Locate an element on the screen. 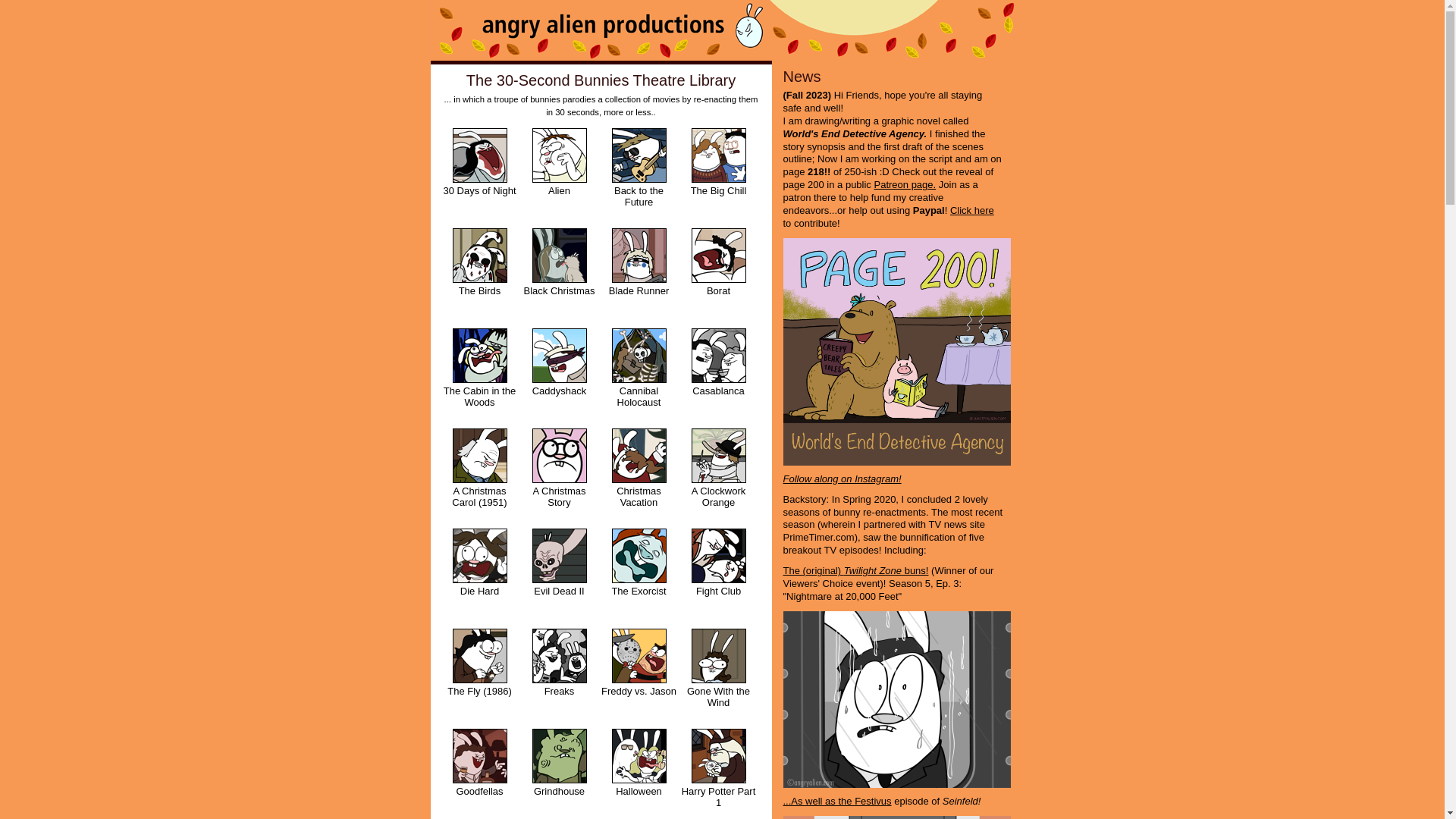  'Die Hard' is located at coordinates (479, 575).